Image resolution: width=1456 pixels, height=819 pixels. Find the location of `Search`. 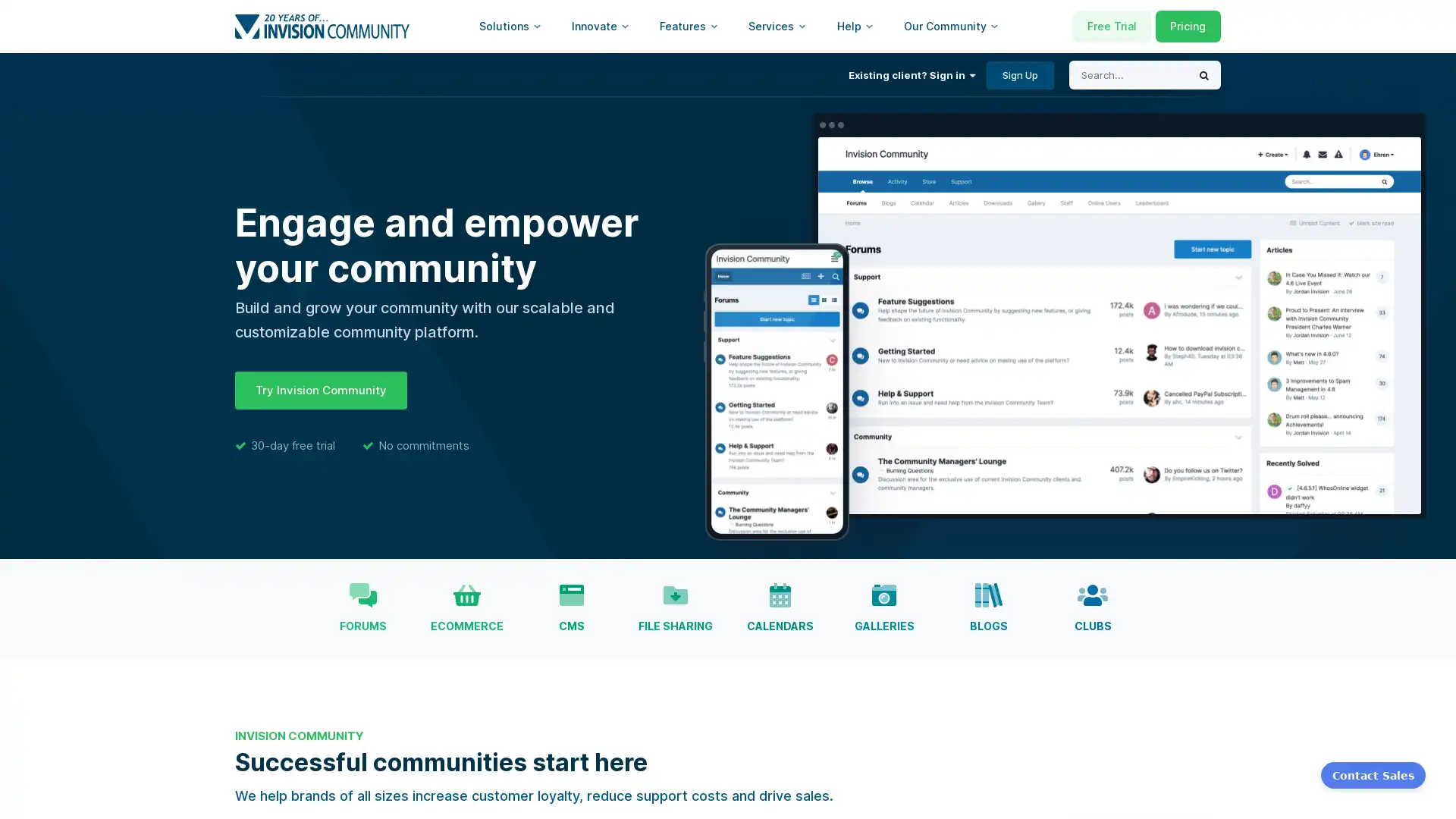

Search is located at coordinates (1203, 75).